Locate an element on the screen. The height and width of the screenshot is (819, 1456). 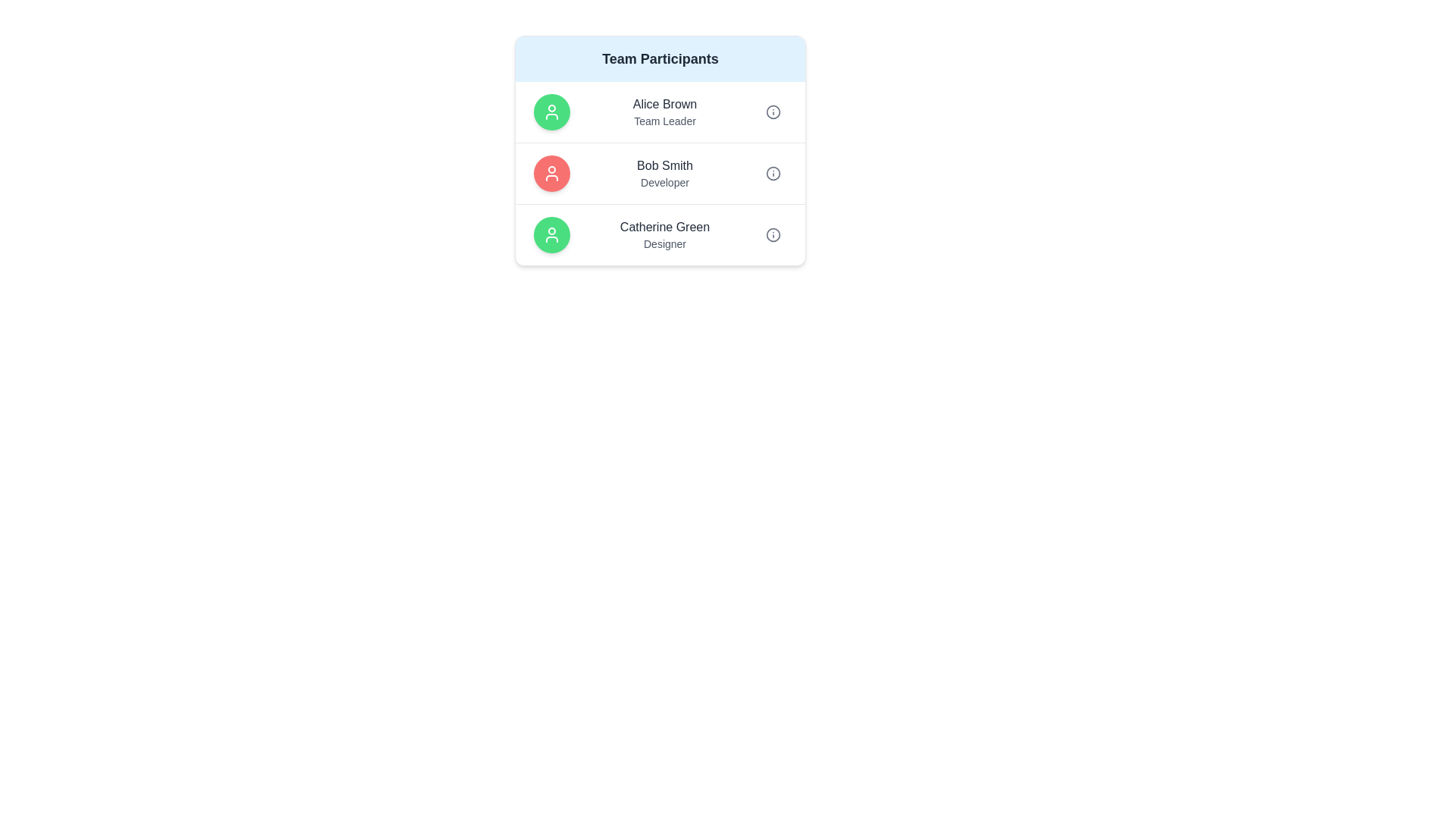
the text label 'Alice Brown', which is styled in bold dark gray and is located above the 'Team Leader' subtitle in the 'Team Participants' section is located at coordinates (665, 104).